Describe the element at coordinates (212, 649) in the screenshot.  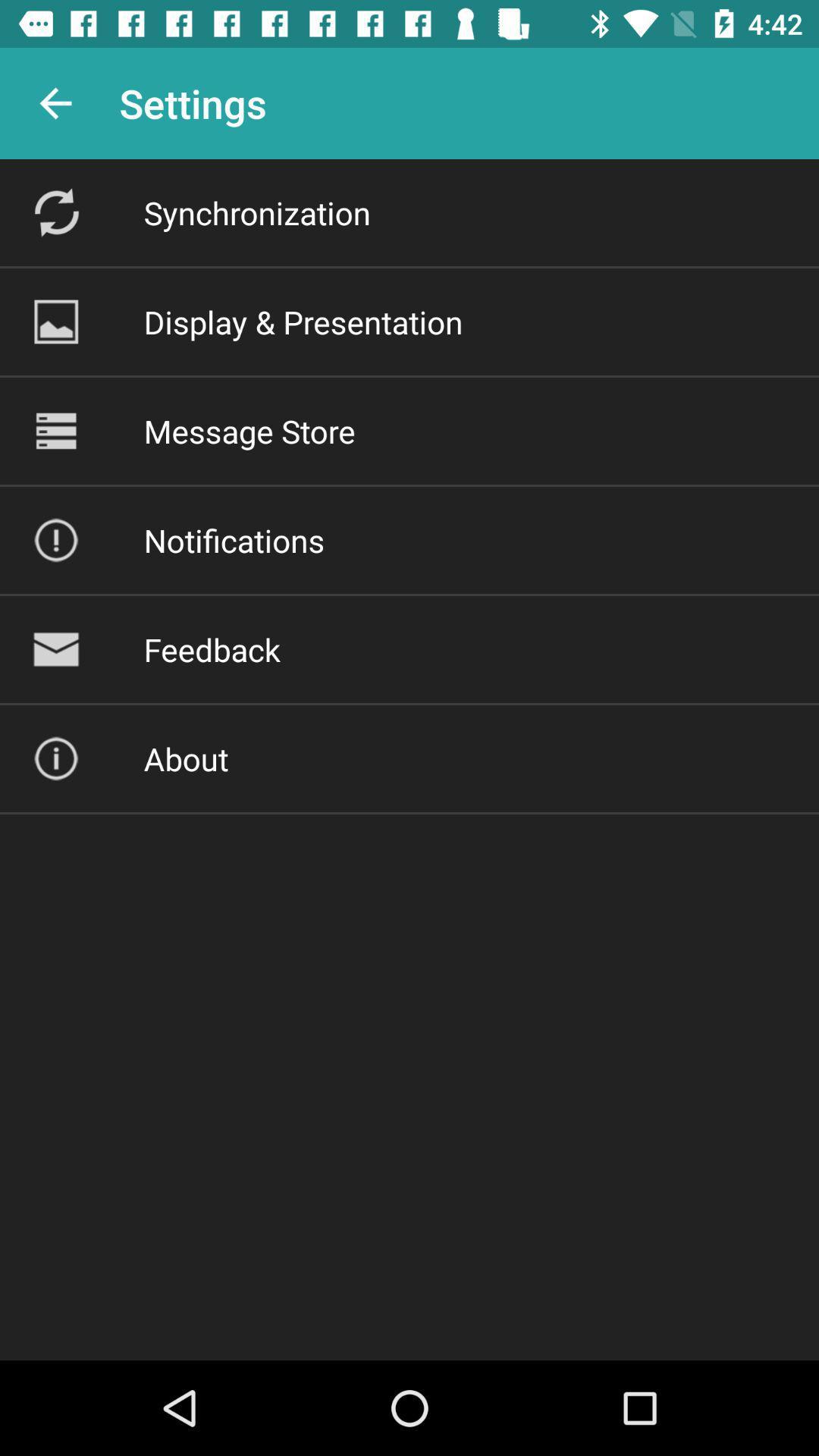
I see `item above about item` at that location.